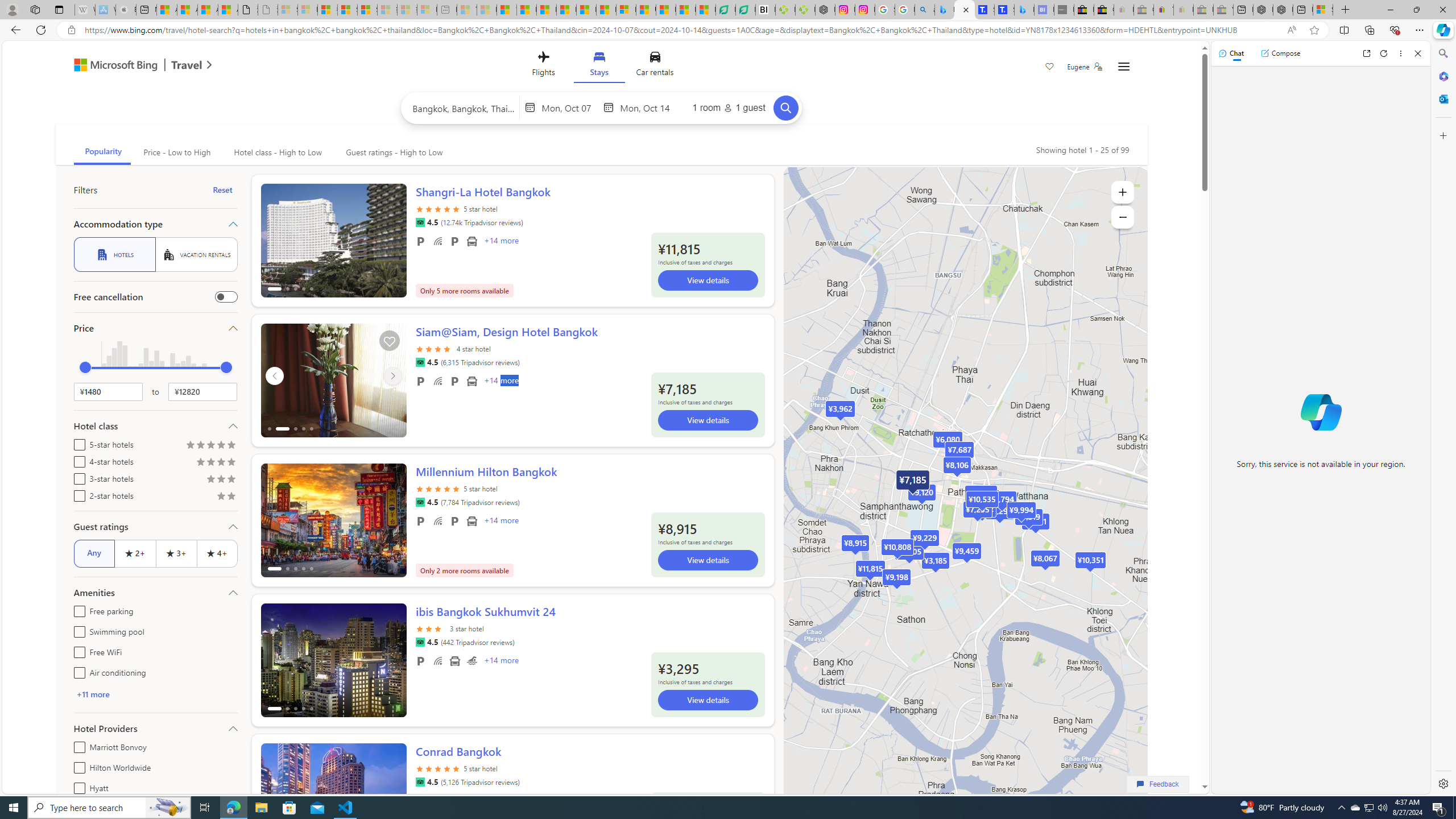 The height and width of the screenshot is (819, 1456). I want to click on 'Hotel class', so click(155, 425).